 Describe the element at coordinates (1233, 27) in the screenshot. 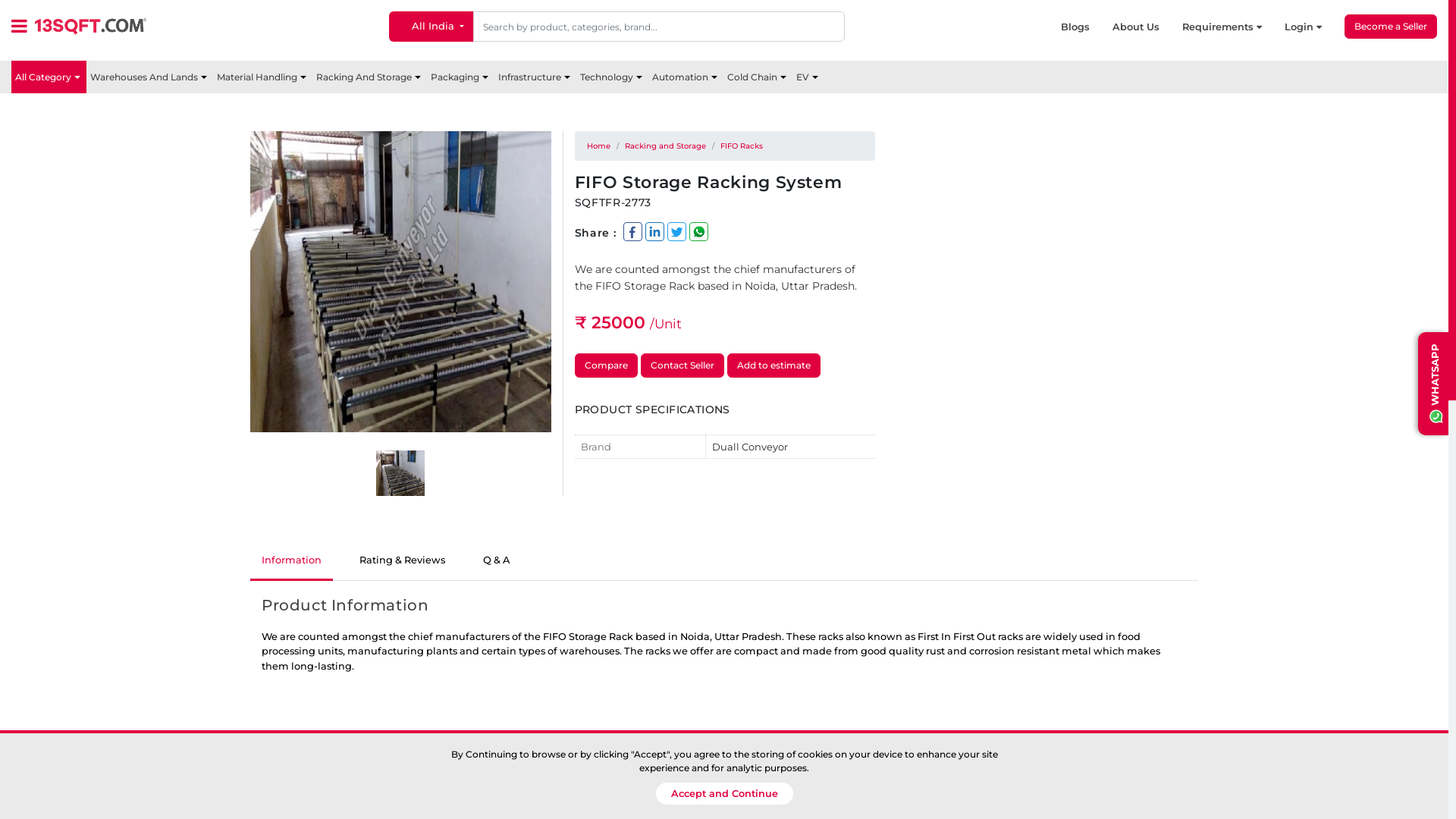

I see `'Requirements'` at that location.